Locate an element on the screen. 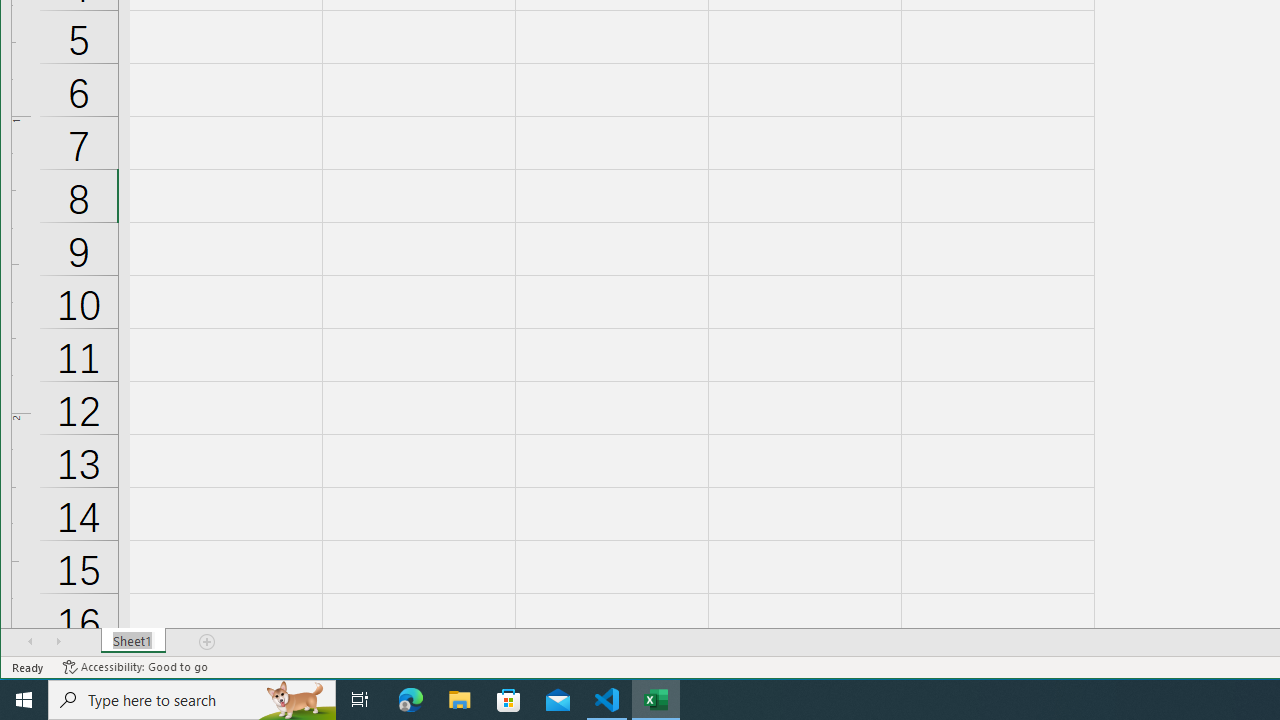 This screenshot has height=720, width=1280. 'Microsoft Edge' is located at coordinates (410, 698).